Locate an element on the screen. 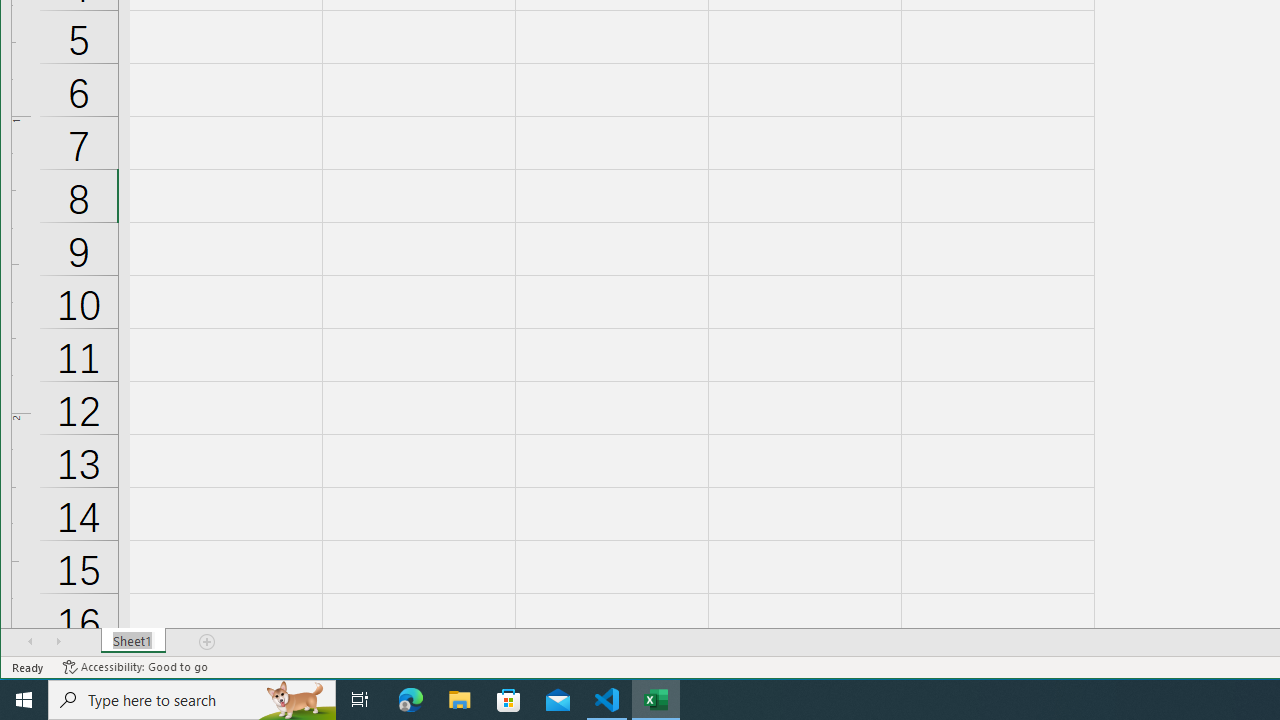 This screenshot has height=720, width=1280. 'Microsoft Edge' is located at coordinates (410, 698).